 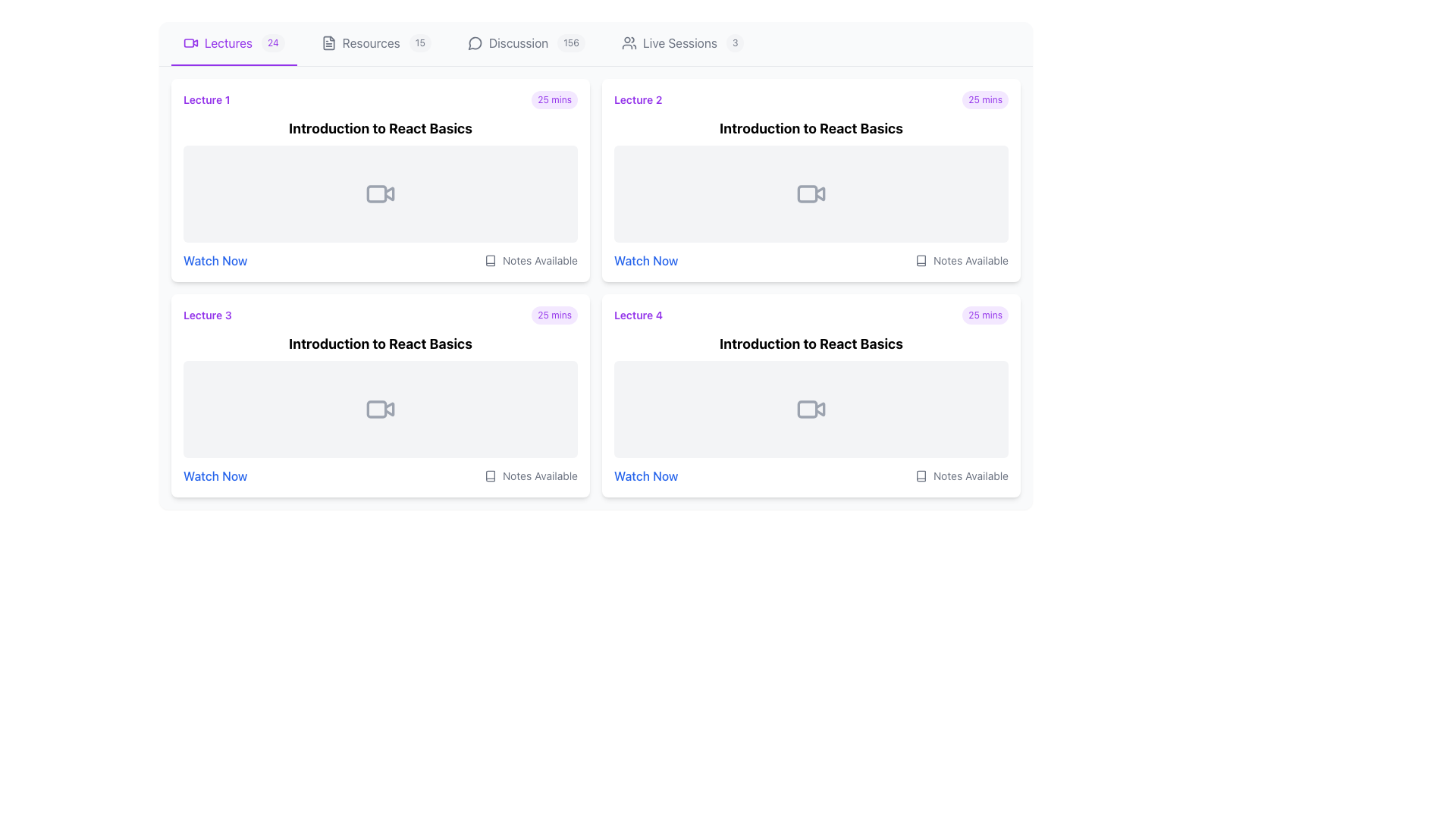 What do you see at coordinates (540, 259) in the screenshot?
I see `the static text label indicating that notes are available for Lecture 2, located in the bottom right area of the card` at bounding box center [540, 259].